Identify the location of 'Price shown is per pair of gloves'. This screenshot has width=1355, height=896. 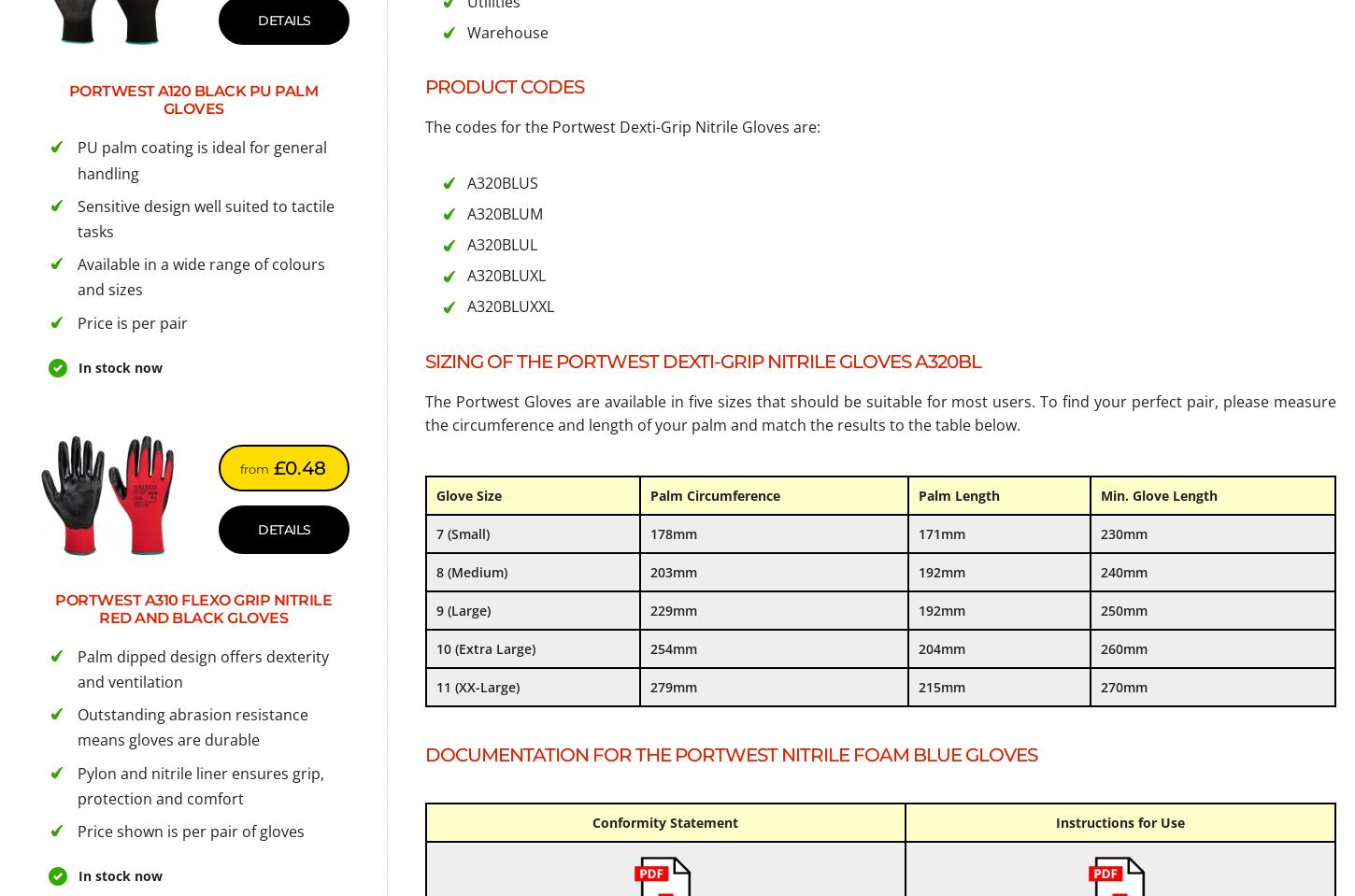
(190, 829).